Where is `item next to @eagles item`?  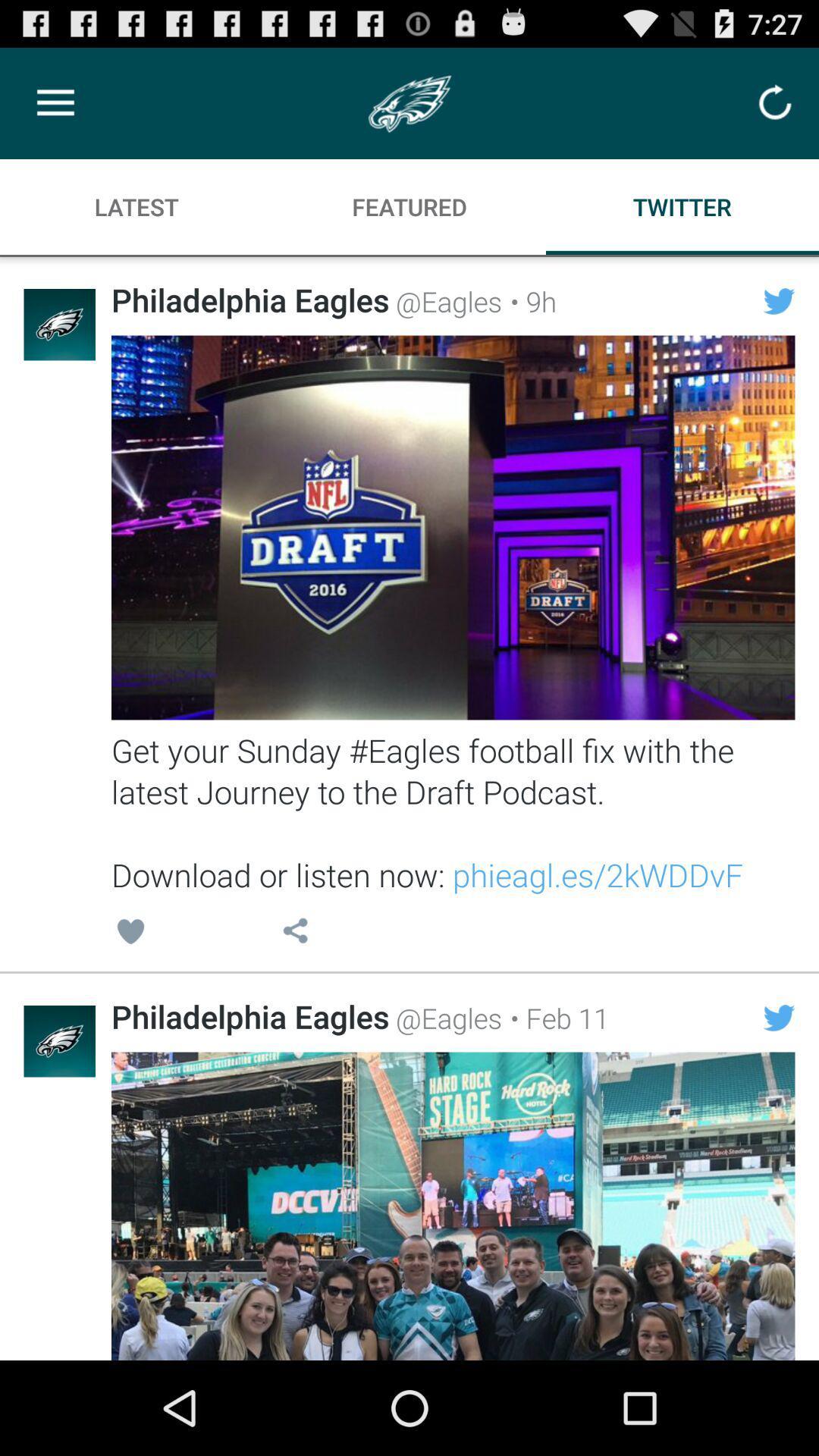
item next to @eagles item is located at coordinates (529, 301).